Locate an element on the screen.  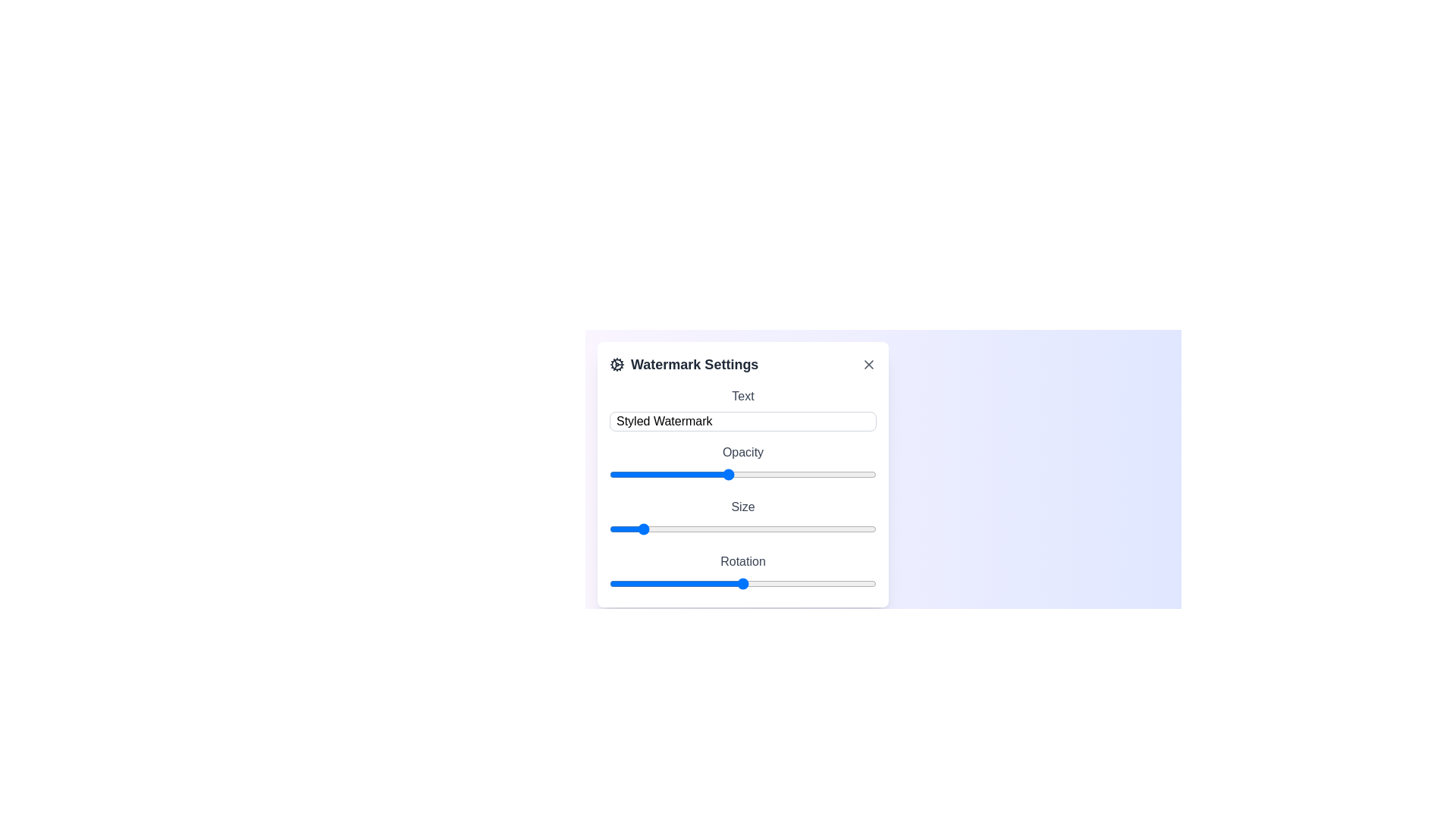
the size is located at coordinates (816, 529).